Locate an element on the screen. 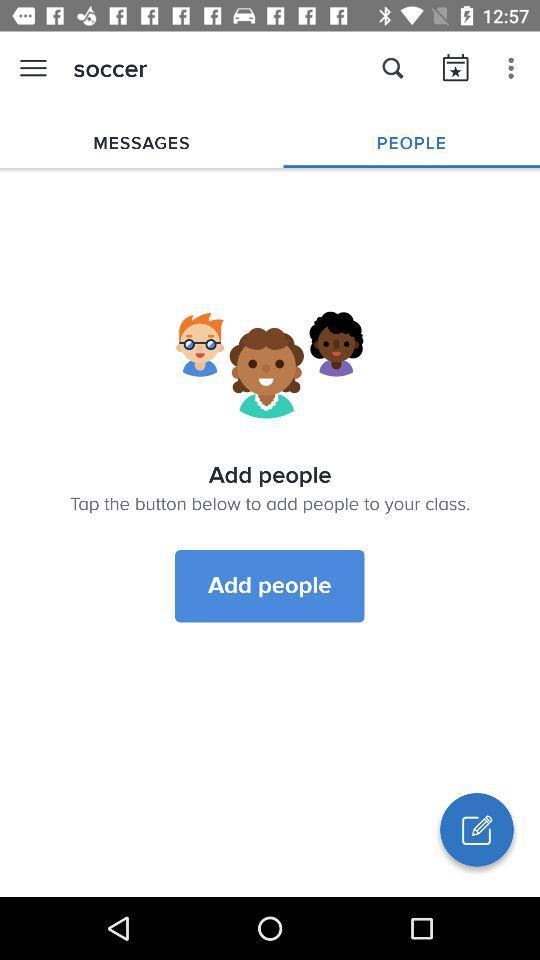 The height and width of the screenshot is (960, 540). option is located at coordinates (475, 829).